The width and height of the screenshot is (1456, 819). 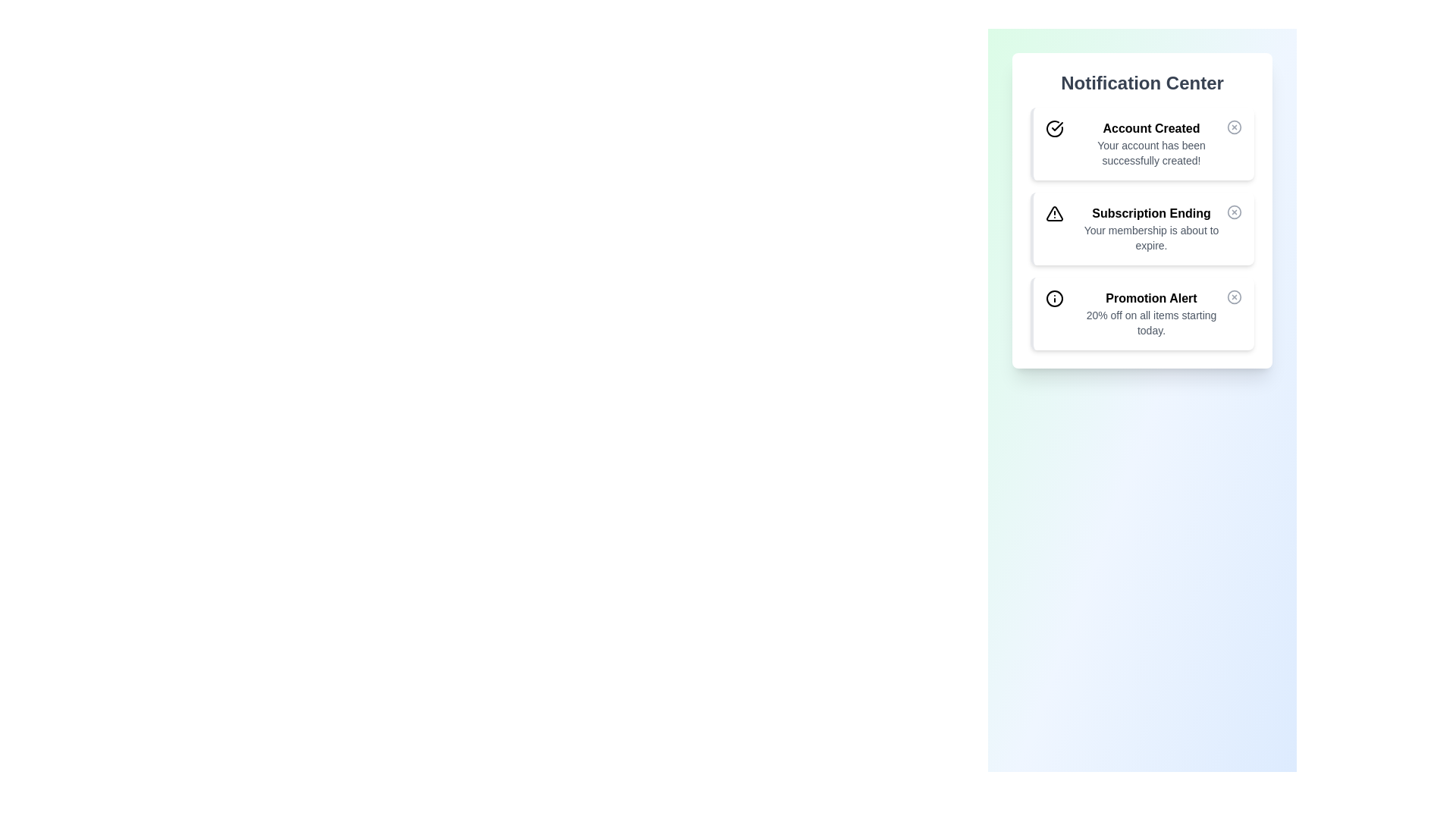 What do you see at coordinates (1056, 125) in the screenshot?
I see `checkmark icon element in the first notification card within the Notification Center section using developer tools` at bounding box center [1056, 125].